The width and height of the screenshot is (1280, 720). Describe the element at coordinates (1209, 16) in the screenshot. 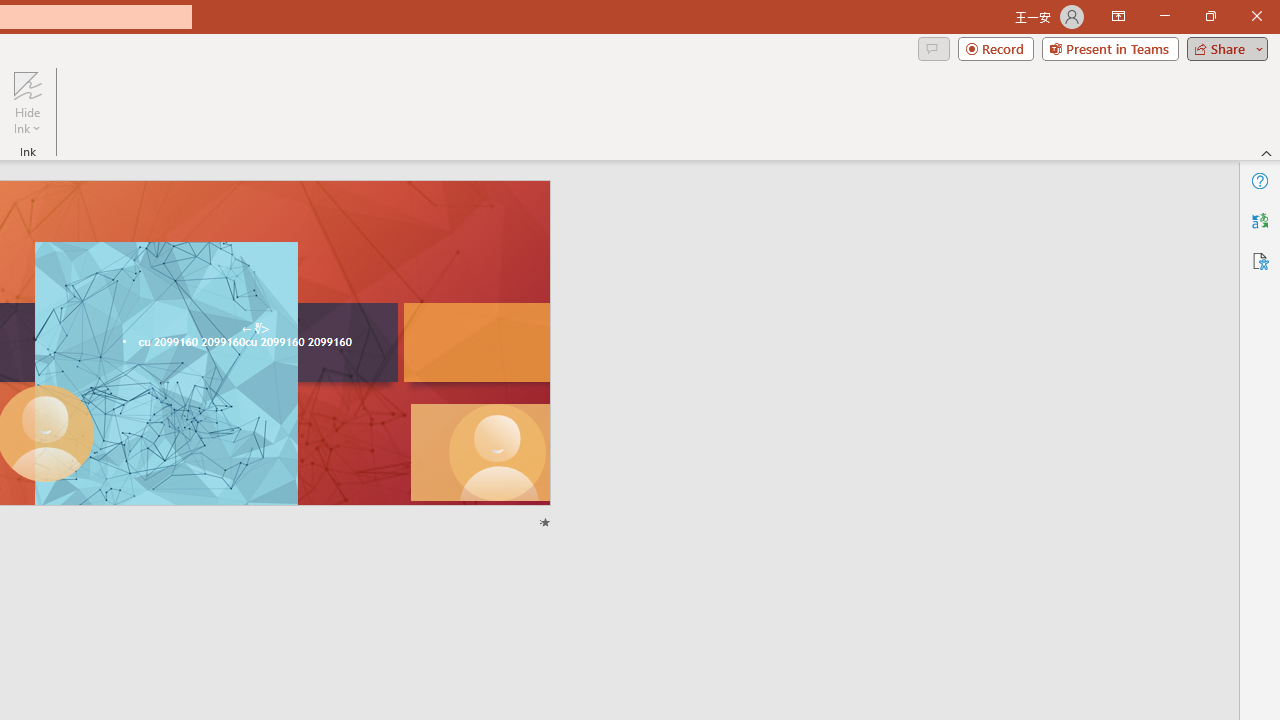

I see `'Restore Down'` at that location.